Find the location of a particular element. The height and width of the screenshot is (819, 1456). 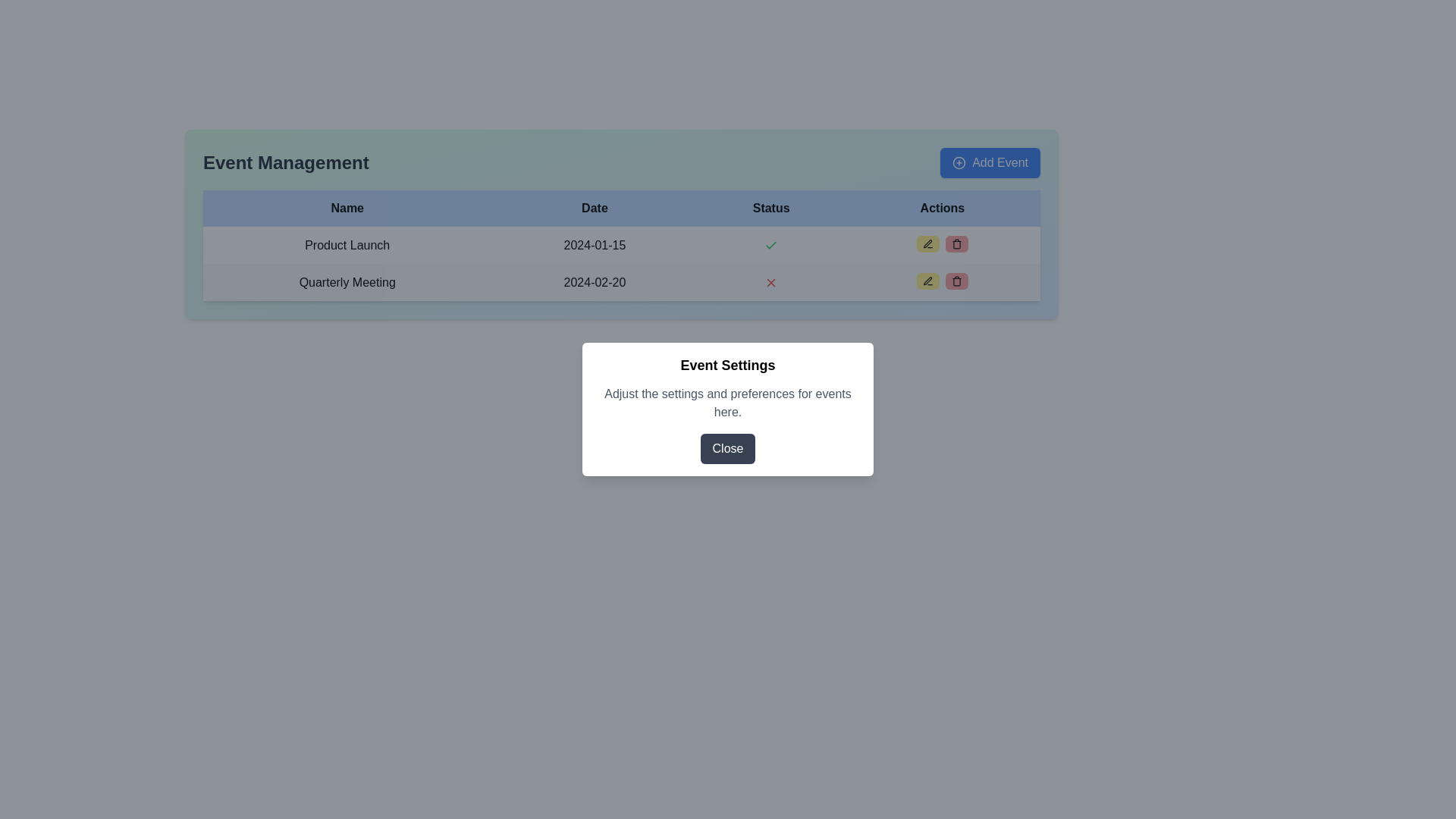

the first row of the table under the 'Event Management' heading, which represents the scheduled event 'Product Launch' is located at coordinates (622, 244).